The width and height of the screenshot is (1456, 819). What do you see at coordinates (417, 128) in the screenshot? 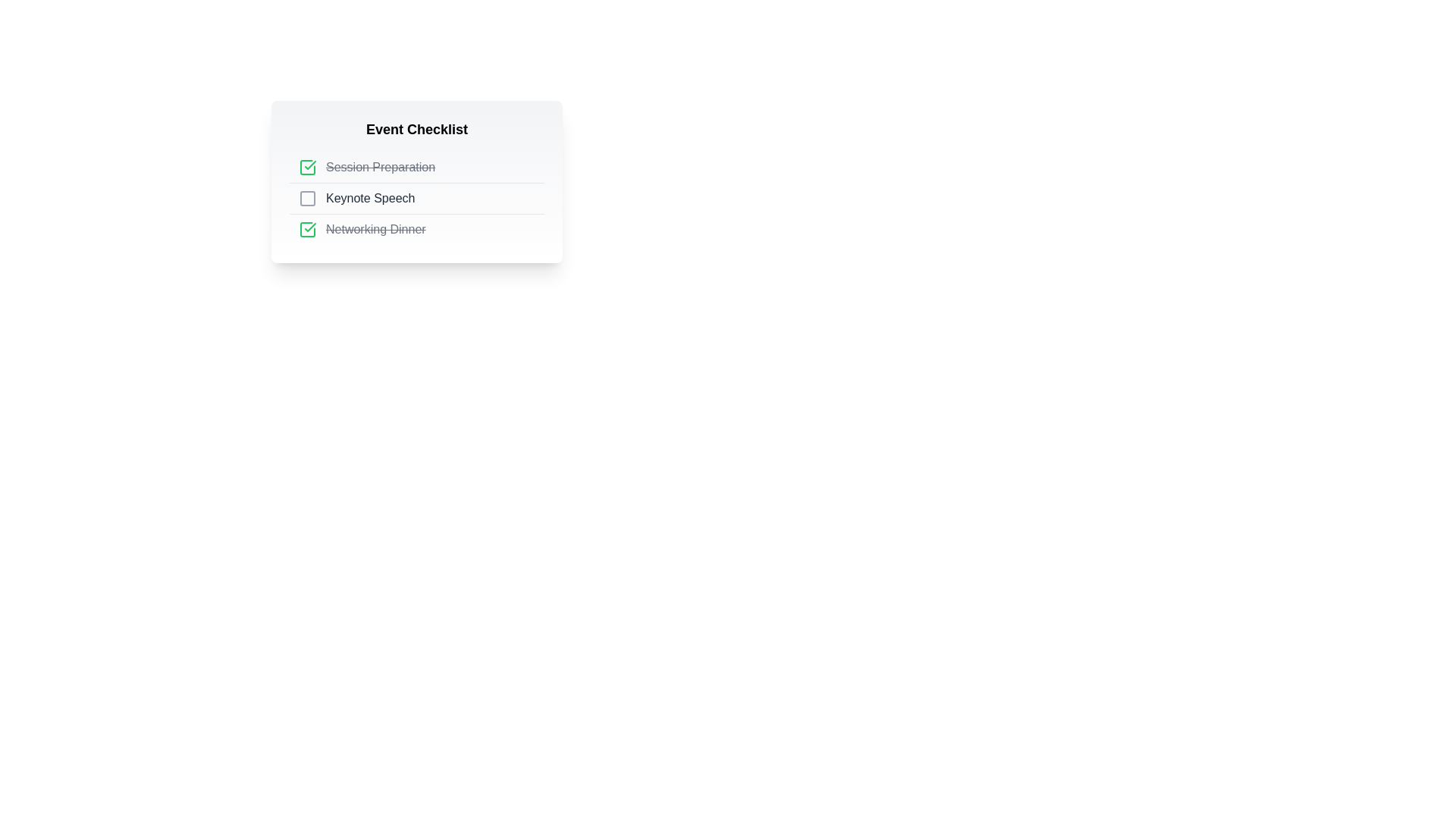
I see `the bold header text displaying 'Event Checklist' located at the top of the checklist-style component` at bounding box center [417, 128].